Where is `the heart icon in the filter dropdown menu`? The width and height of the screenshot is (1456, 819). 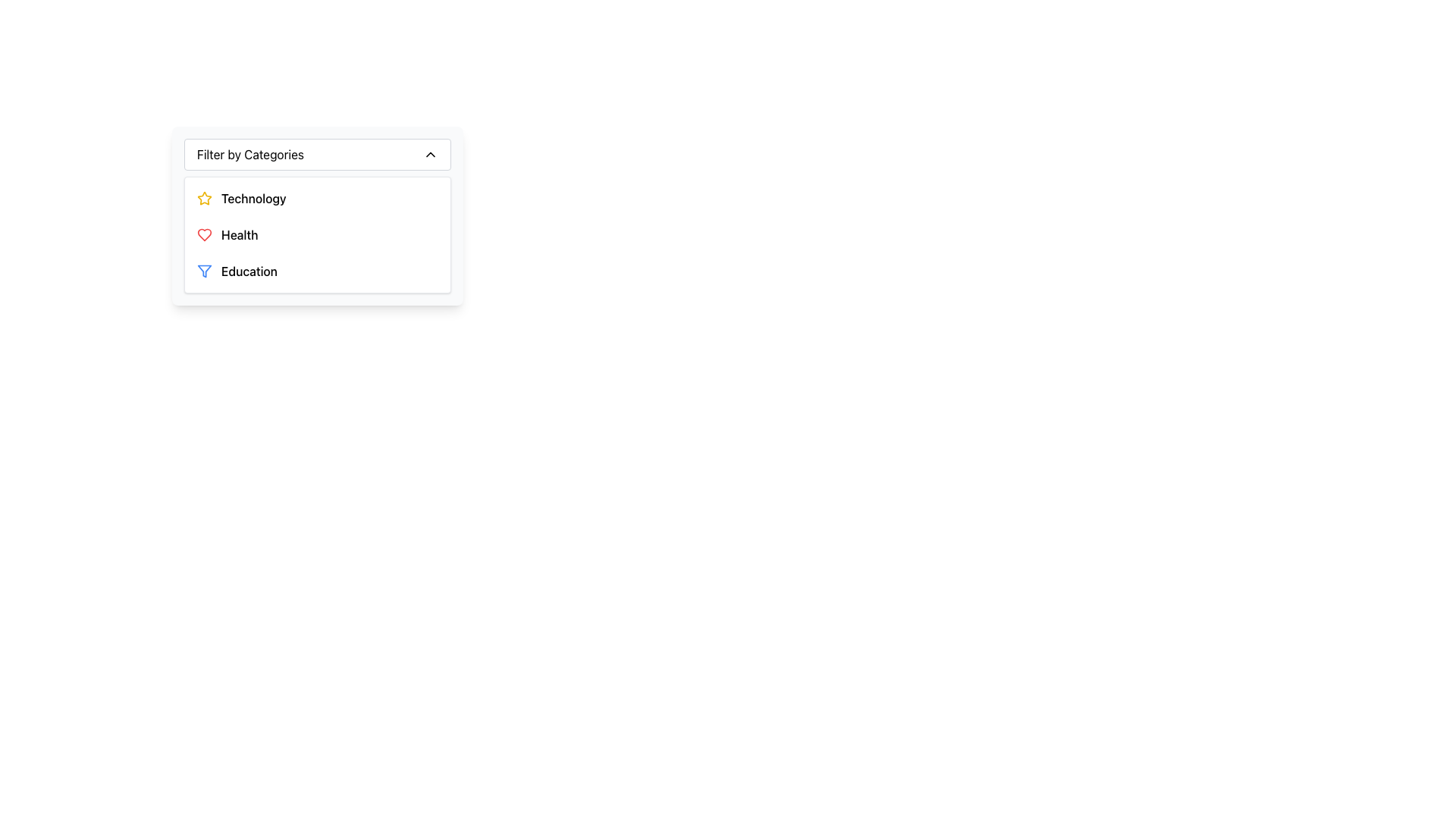 the heart icon in the filter dropdown menu is located at coordinates (203, 234).